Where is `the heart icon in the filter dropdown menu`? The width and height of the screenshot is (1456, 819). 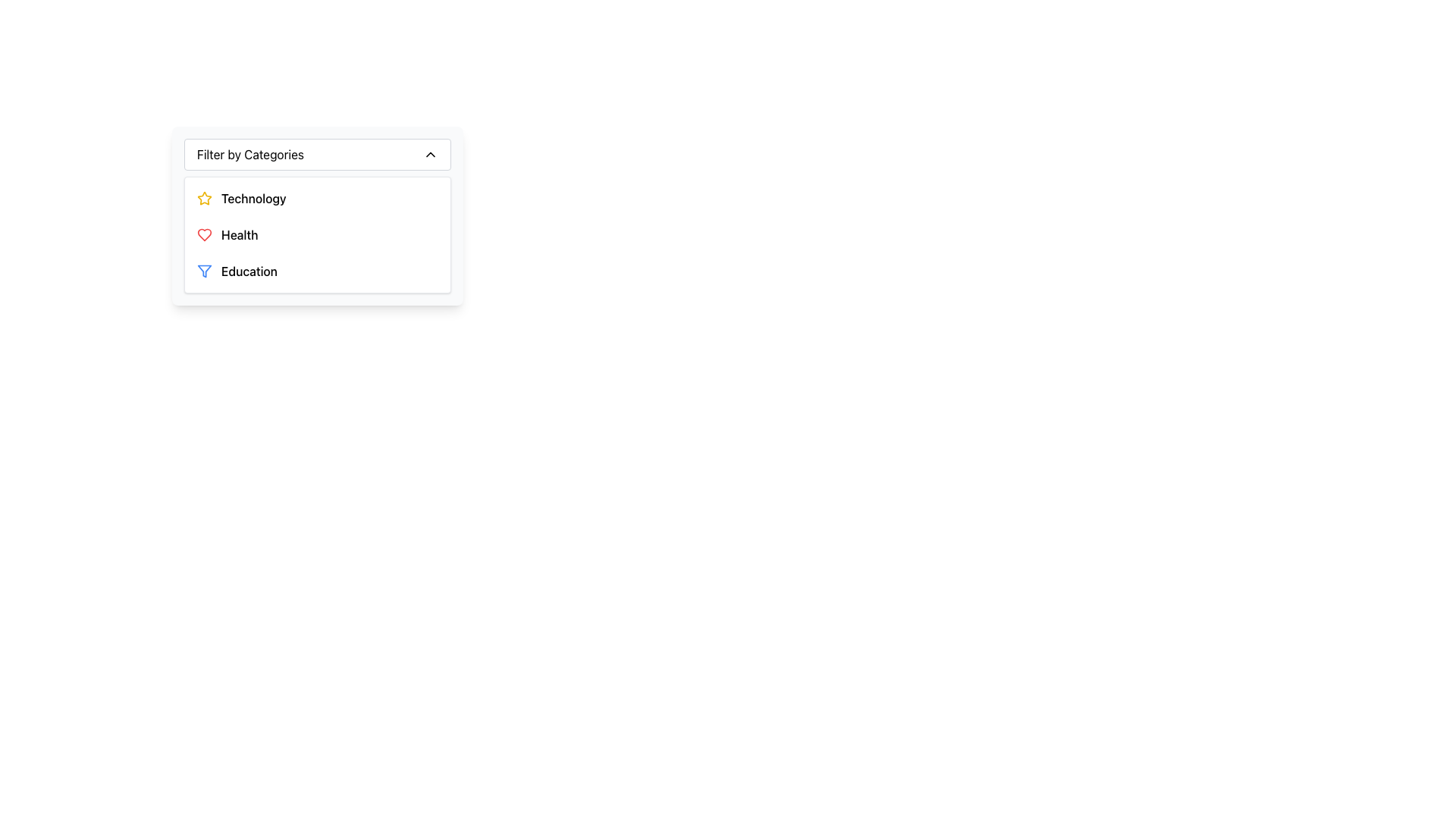 the heart icon in the filter dropdown menu is located at coordinates (203, 234).